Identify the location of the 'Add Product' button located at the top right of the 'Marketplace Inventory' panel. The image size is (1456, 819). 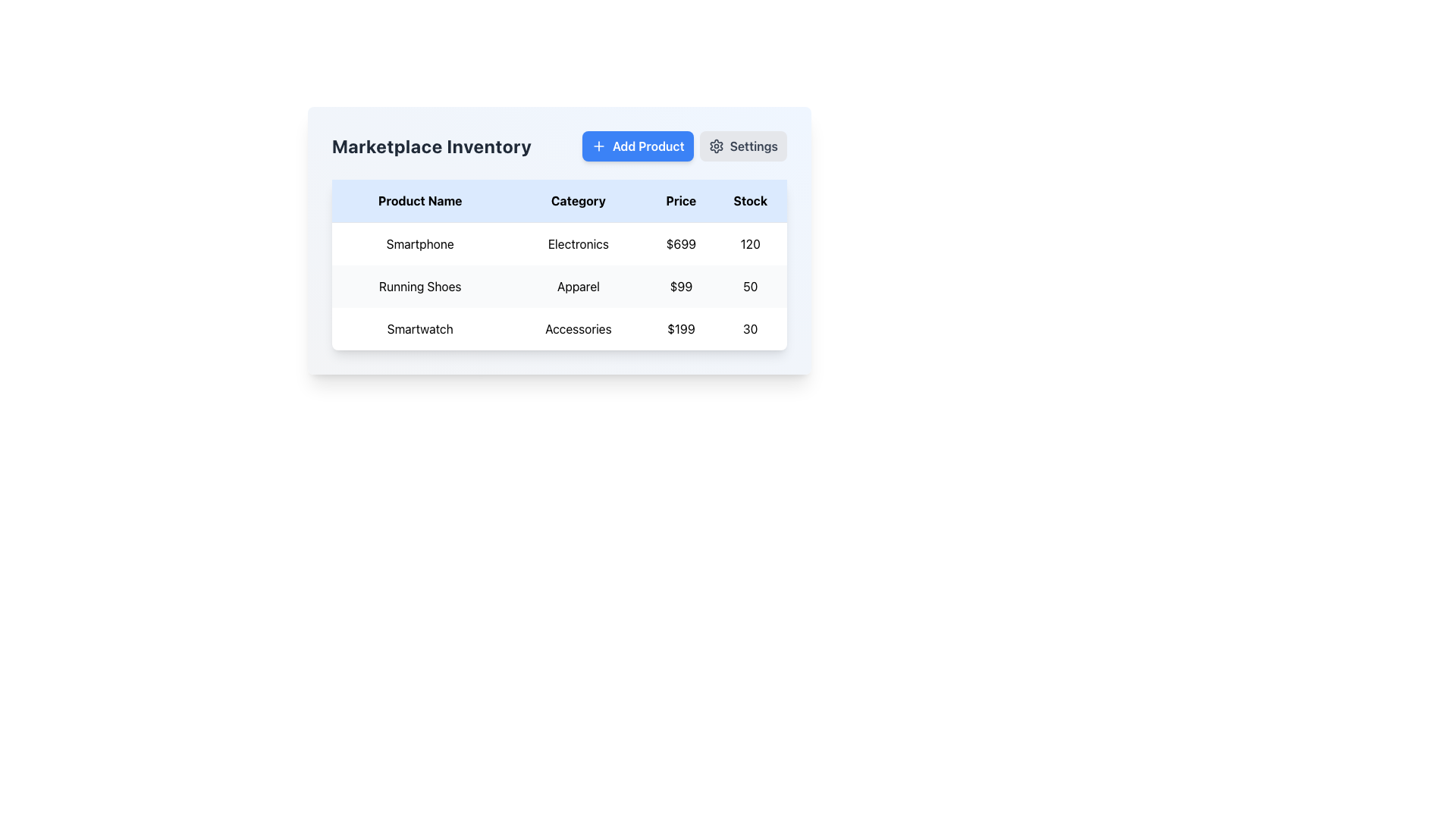
(683, 146).